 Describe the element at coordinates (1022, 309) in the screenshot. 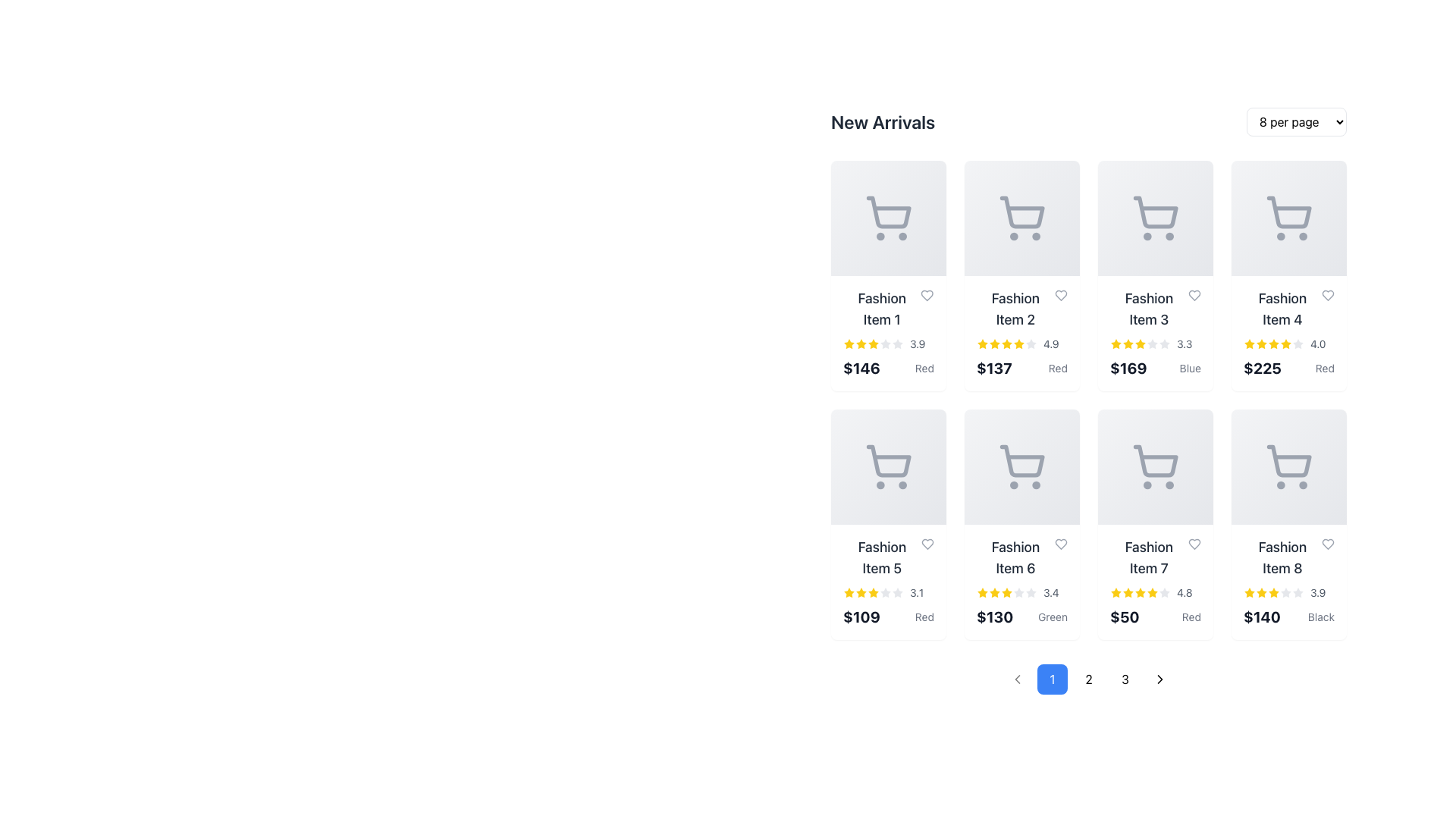

I see `label displaying the name of the fashion product, which is located in the second item of the 'New Arrivals' section, between 'Fashion Item 1' and 'Fashion Item 3'` at that location.